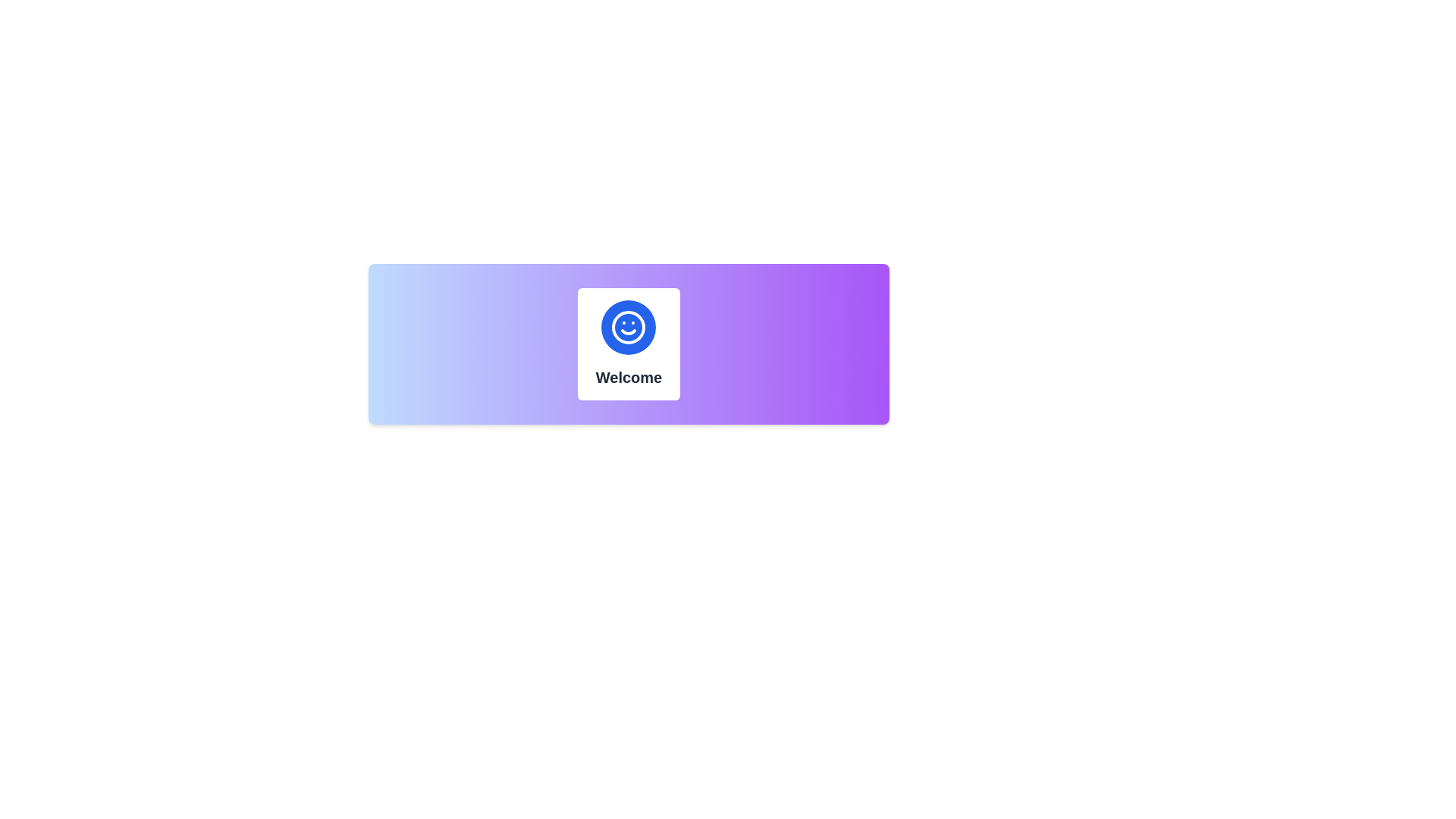  I want to click on the title text located in the lower-central part of the card, below the smiley face icon, which serves to attract user attention to the card's content, so click(629, 376).